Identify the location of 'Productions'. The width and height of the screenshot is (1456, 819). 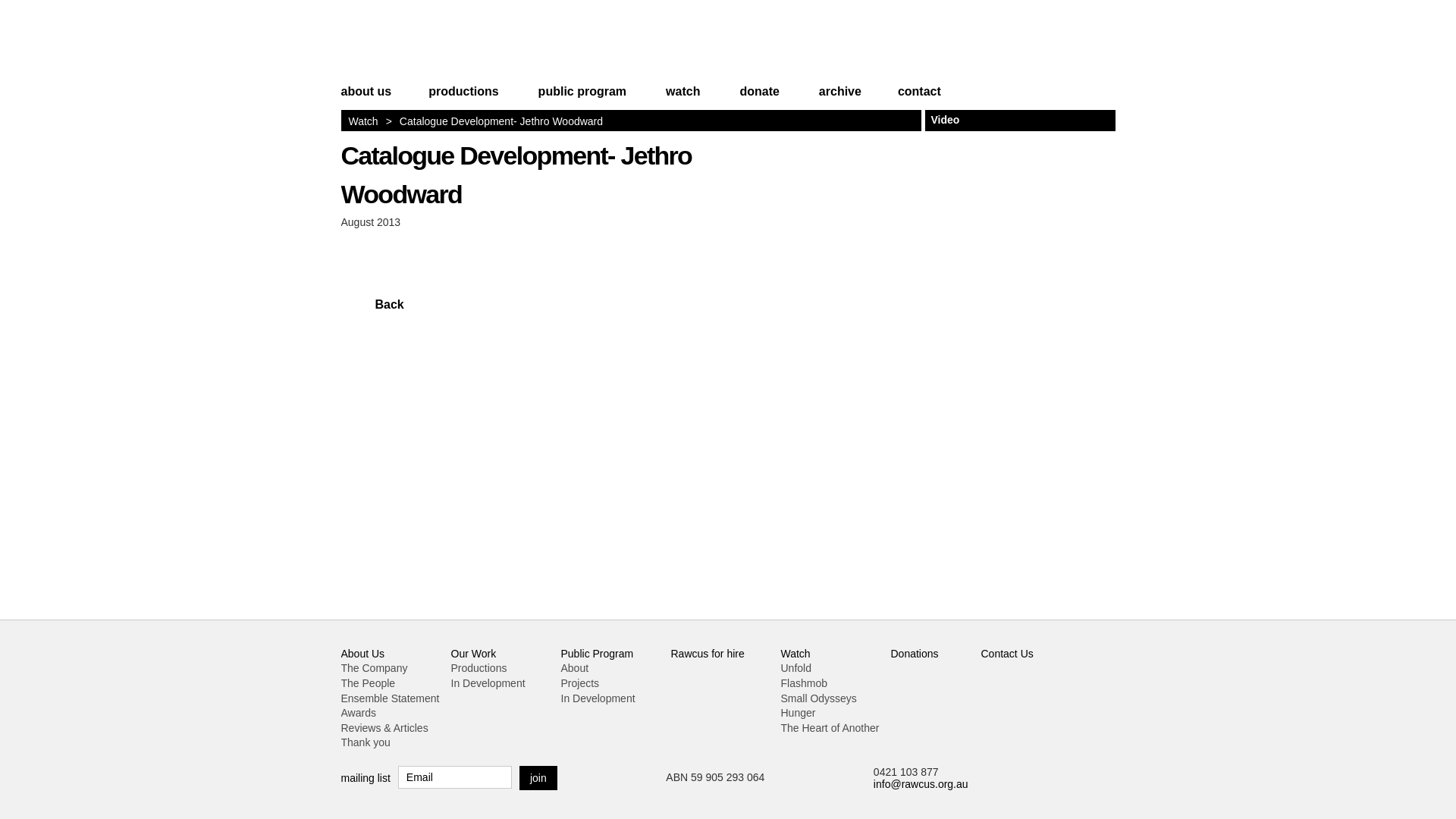
(477, 667).